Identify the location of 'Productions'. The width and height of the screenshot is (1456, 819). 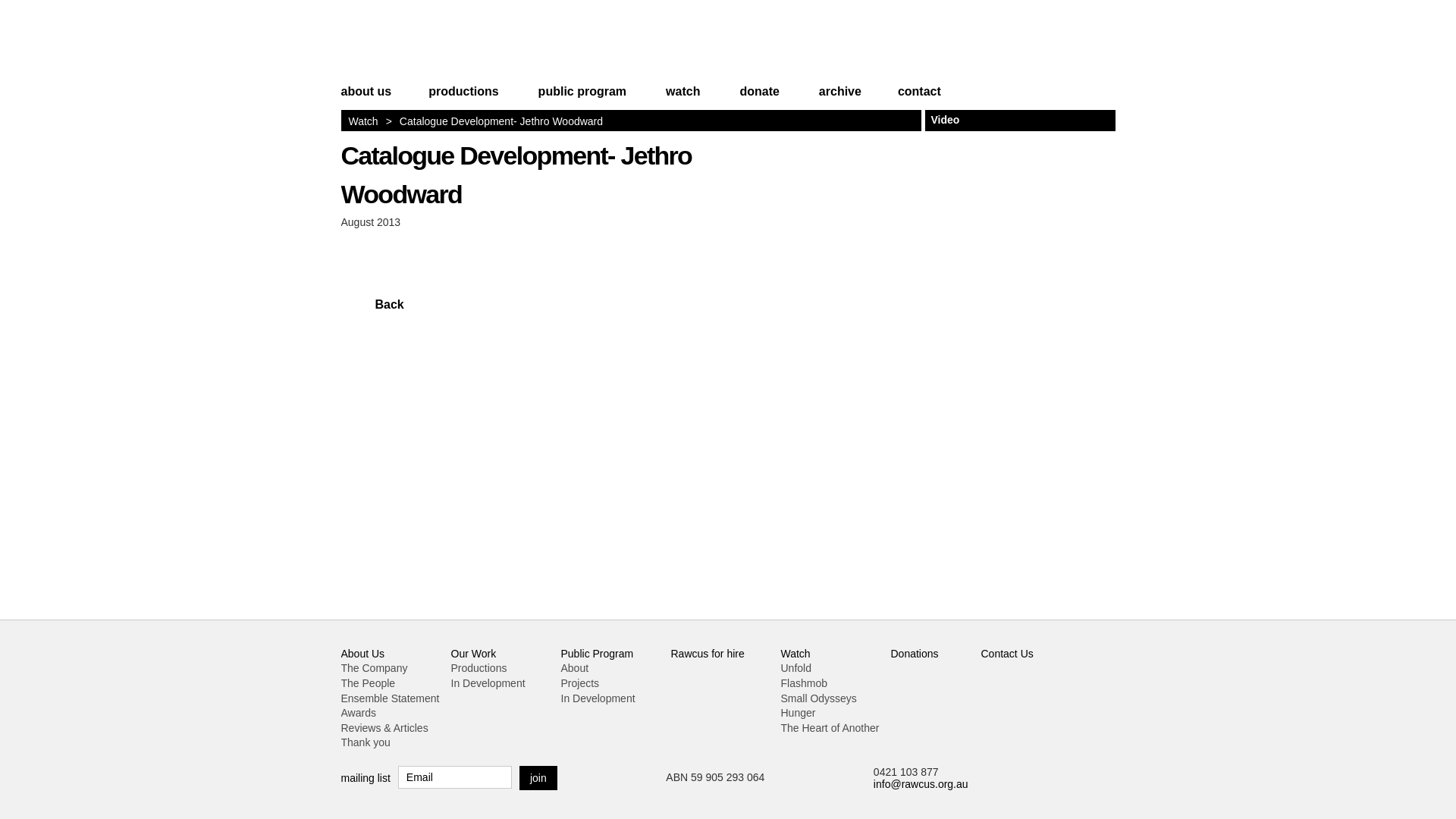
(477, 667).